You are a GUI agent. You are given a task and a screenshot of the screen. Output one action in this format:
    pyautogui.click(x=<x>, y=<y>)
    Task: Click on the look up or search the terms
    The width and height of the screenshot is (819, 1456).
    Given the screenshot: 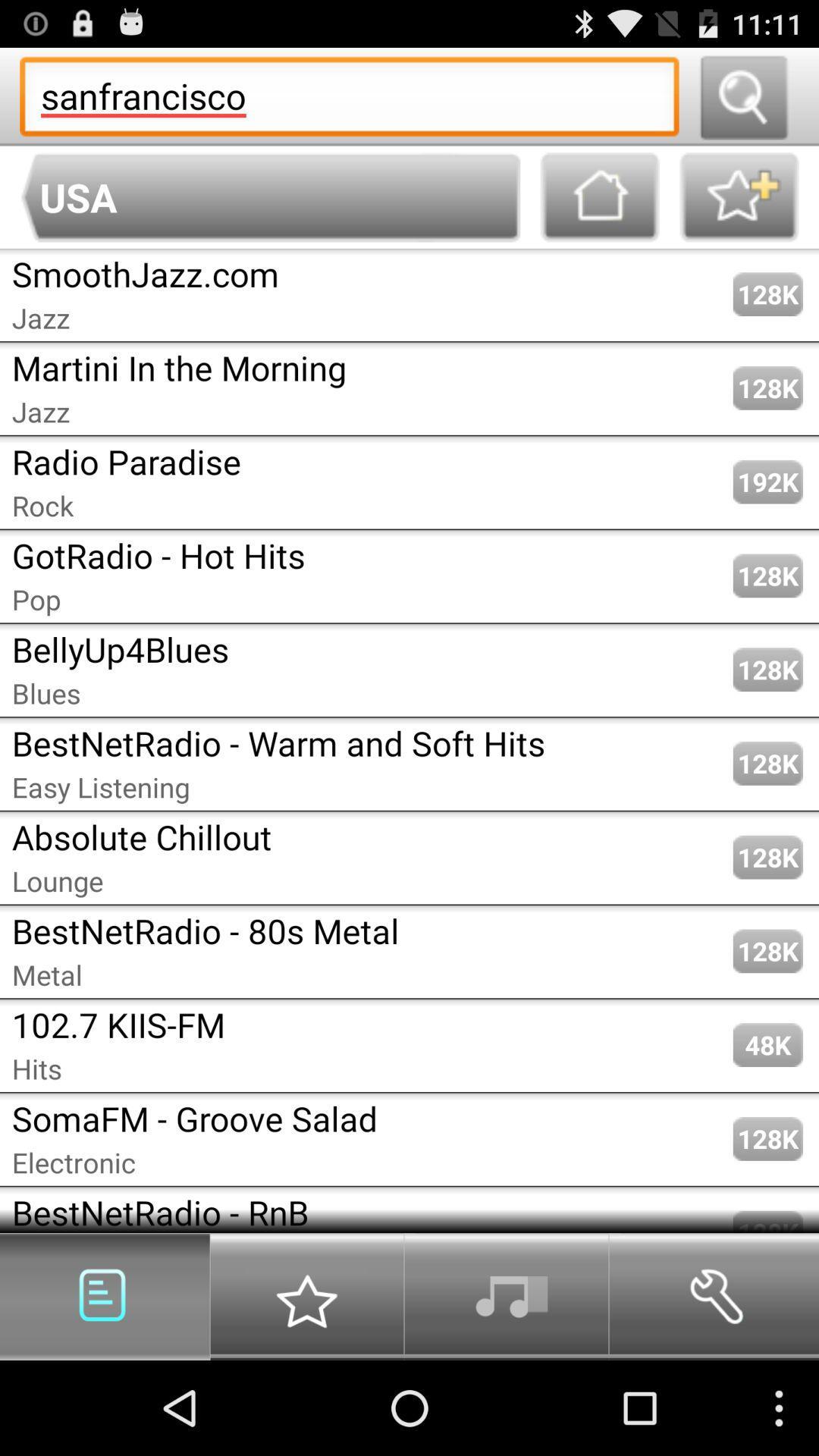 What is the action you would take?
    pyautogui.click(x=742, y=96)
    